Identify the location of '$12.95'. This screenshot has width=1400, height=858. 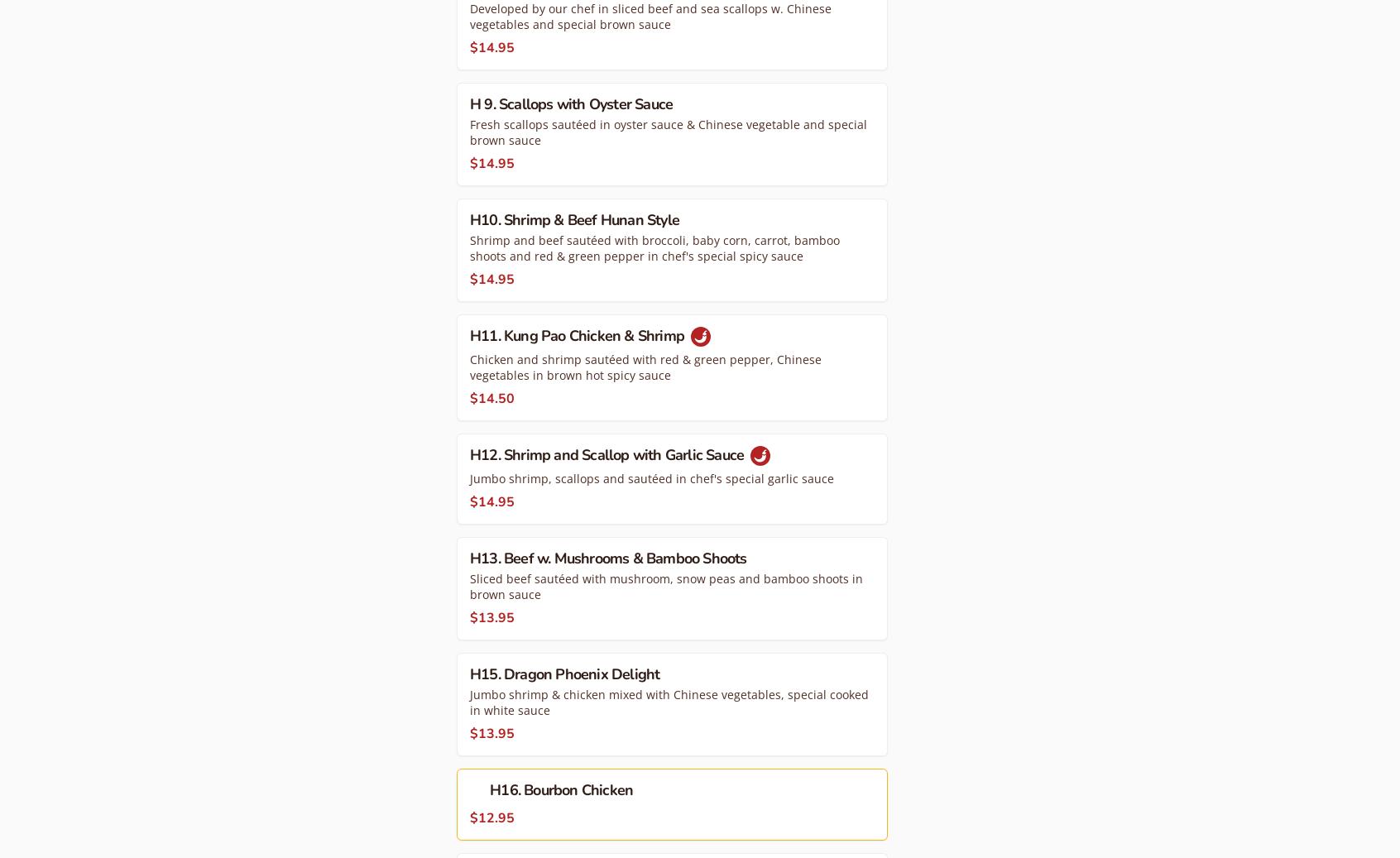
(491, 817).